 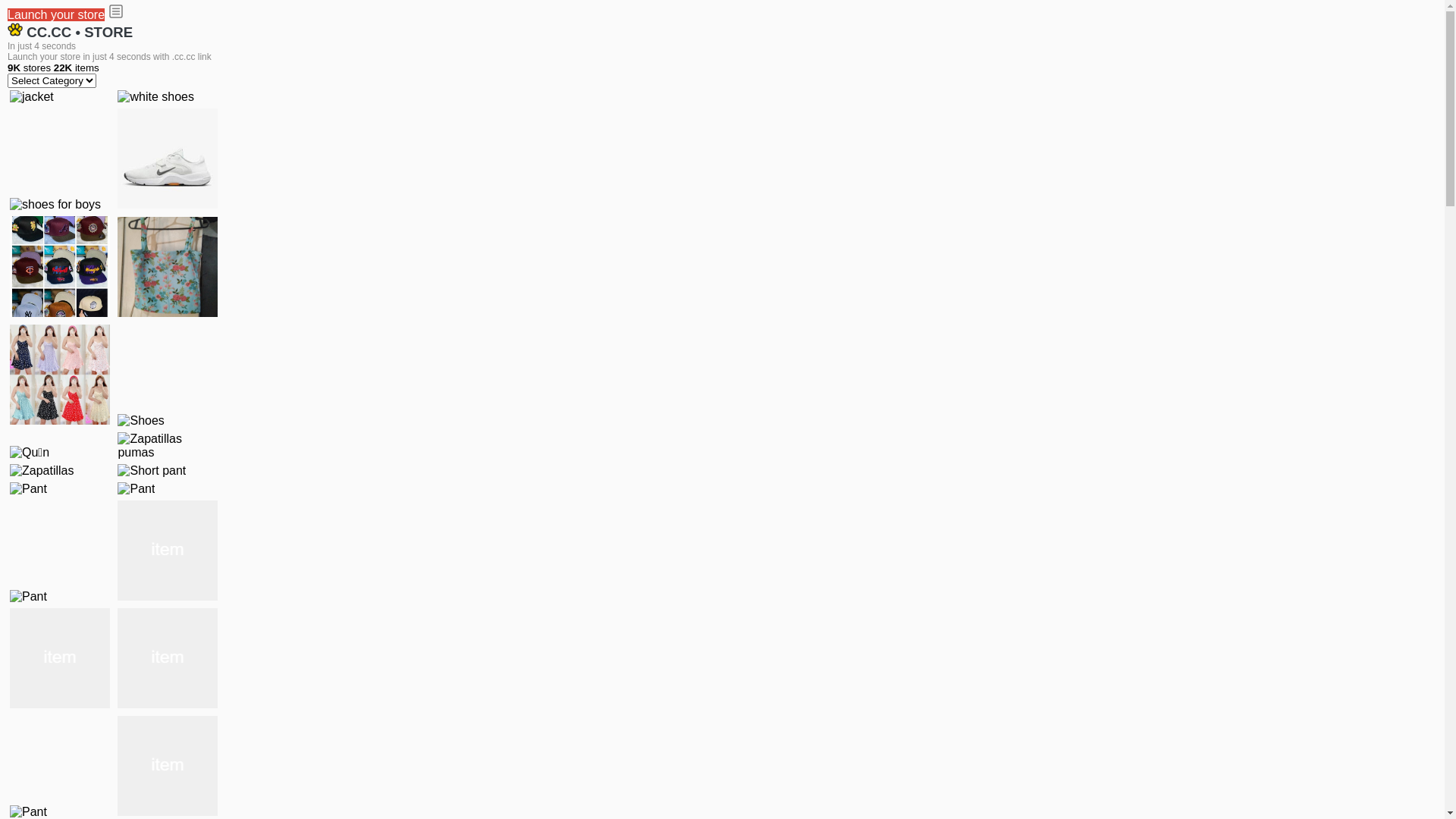 I want to click on 'Zapatillas', so click(x=41, y=470).